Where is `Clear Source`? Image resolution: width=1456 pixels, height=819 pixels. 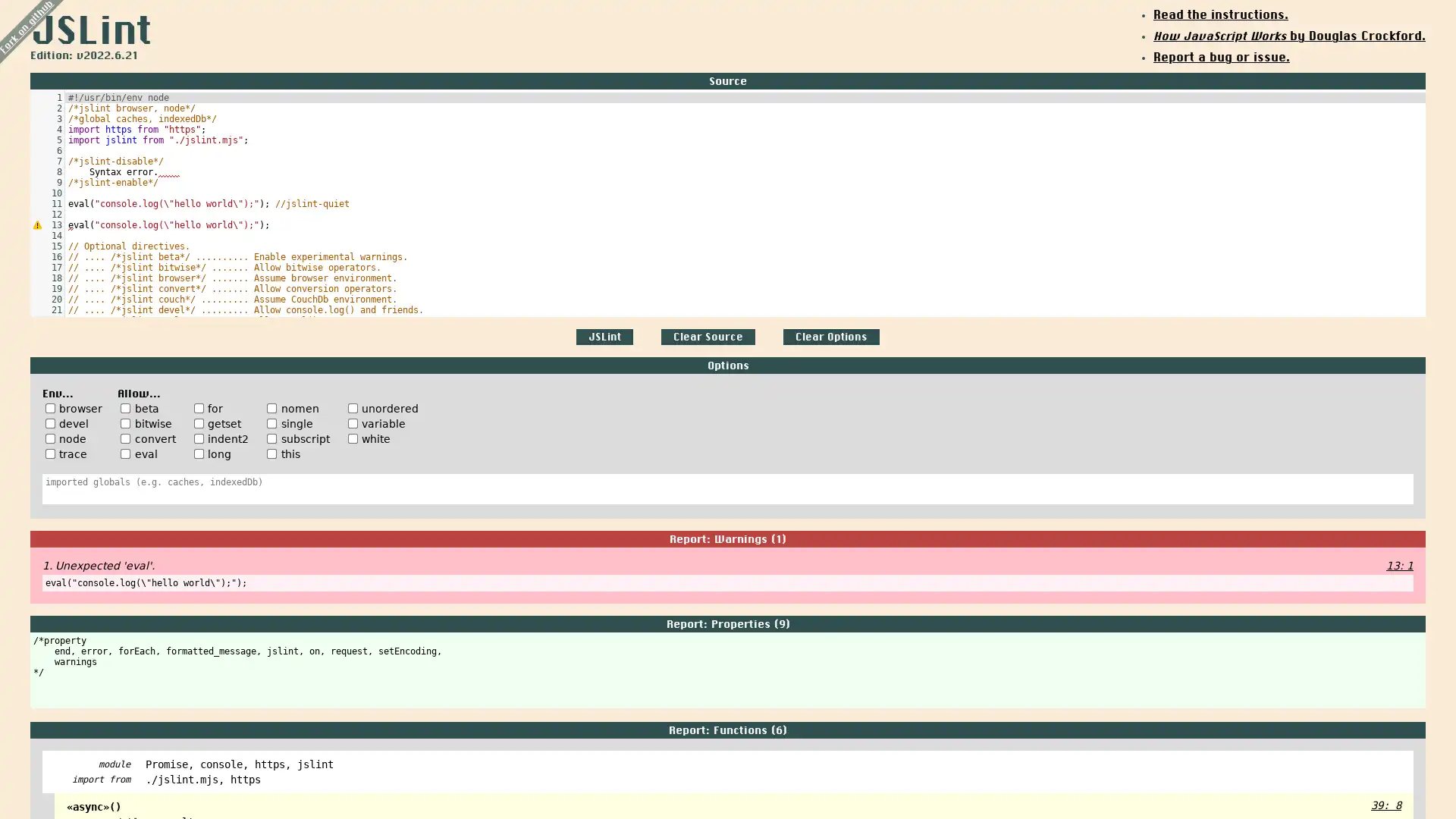
Clear Source is located at coordinates (708, 336).